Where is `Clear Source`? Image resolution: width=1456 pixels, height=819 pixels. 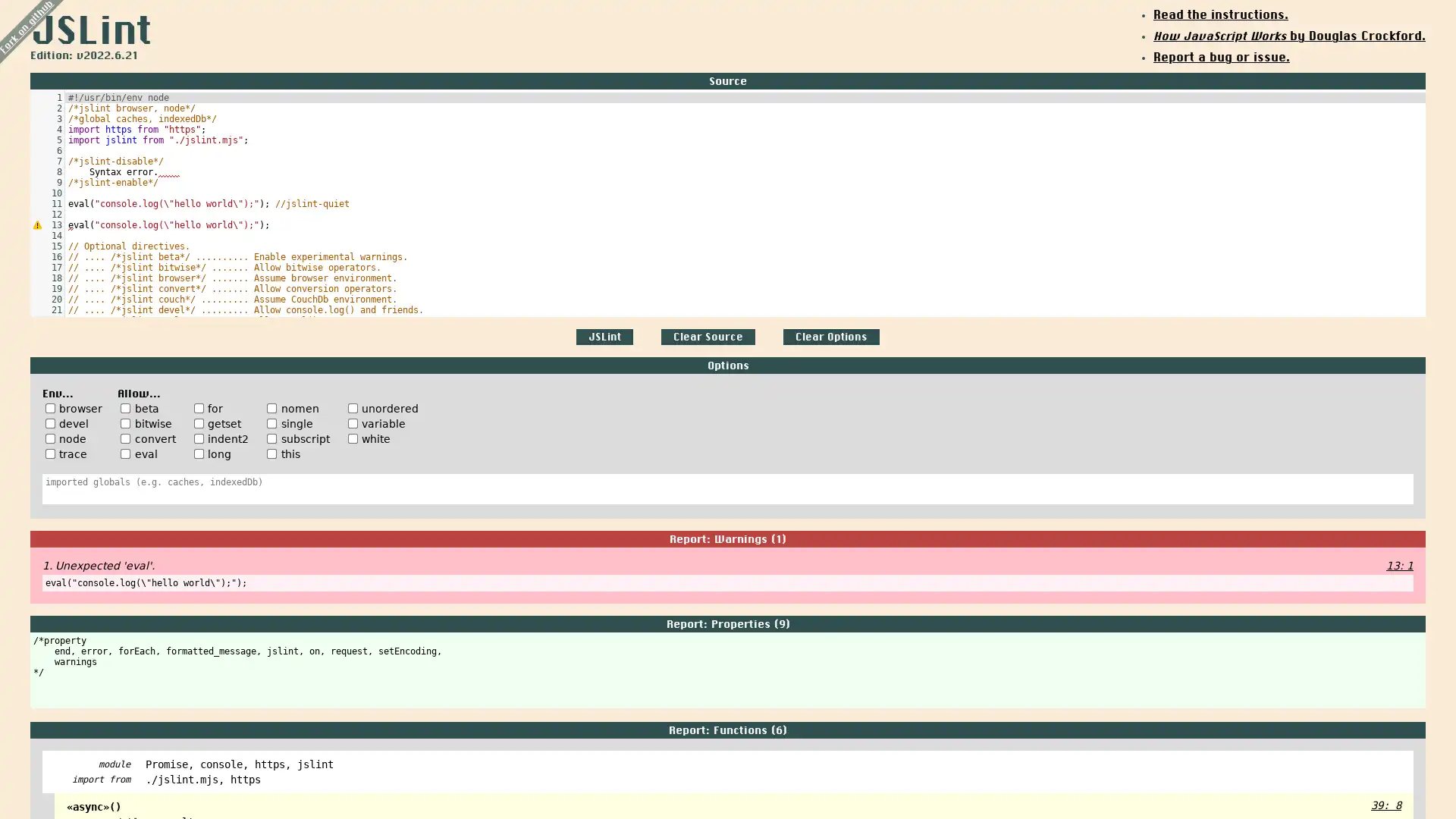
Clear Source is located at coordinates (708, 336).